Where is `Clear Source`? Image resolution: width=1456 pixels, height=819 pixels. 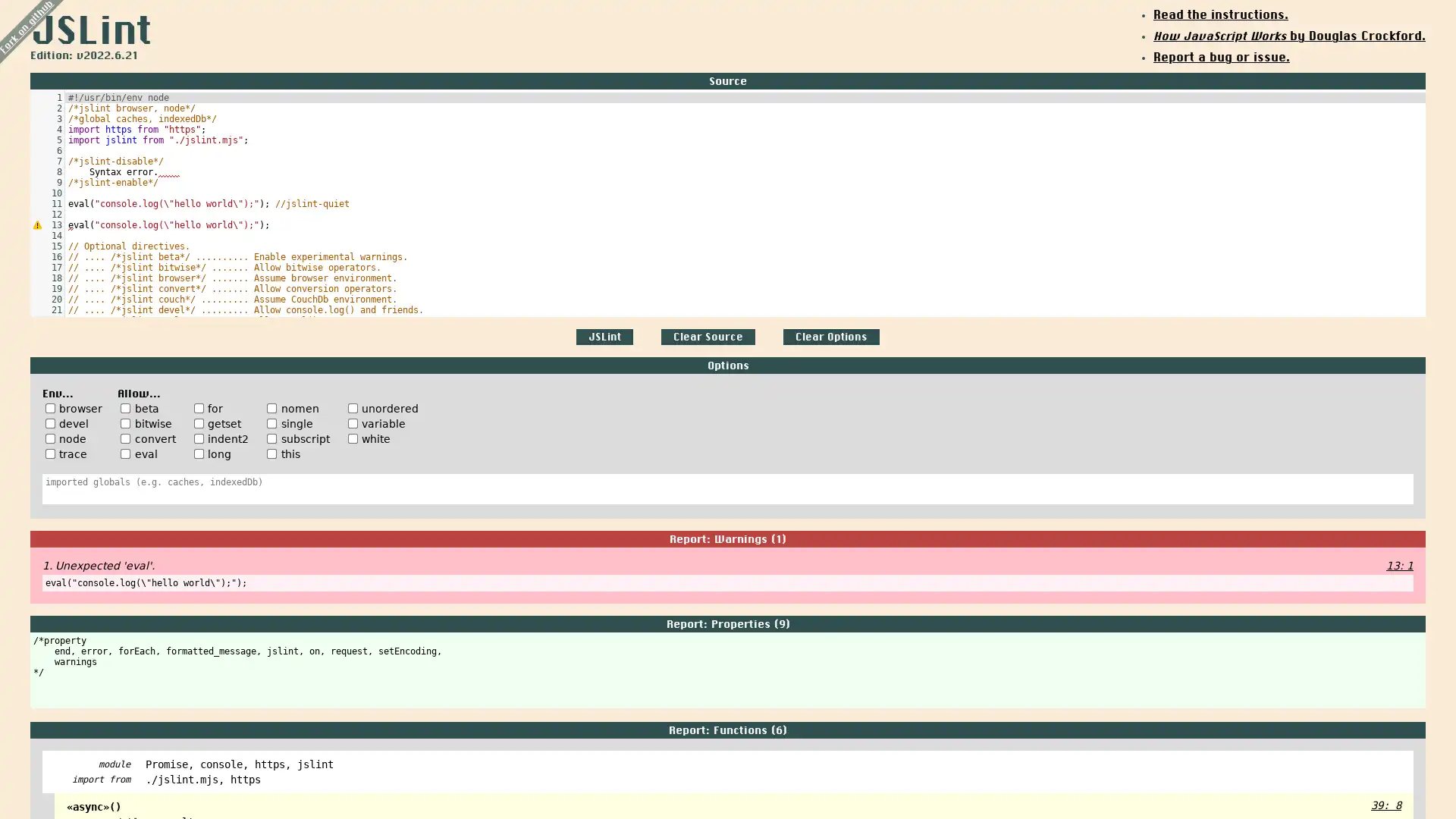
Clear Source is located at coordinates (708, 336).